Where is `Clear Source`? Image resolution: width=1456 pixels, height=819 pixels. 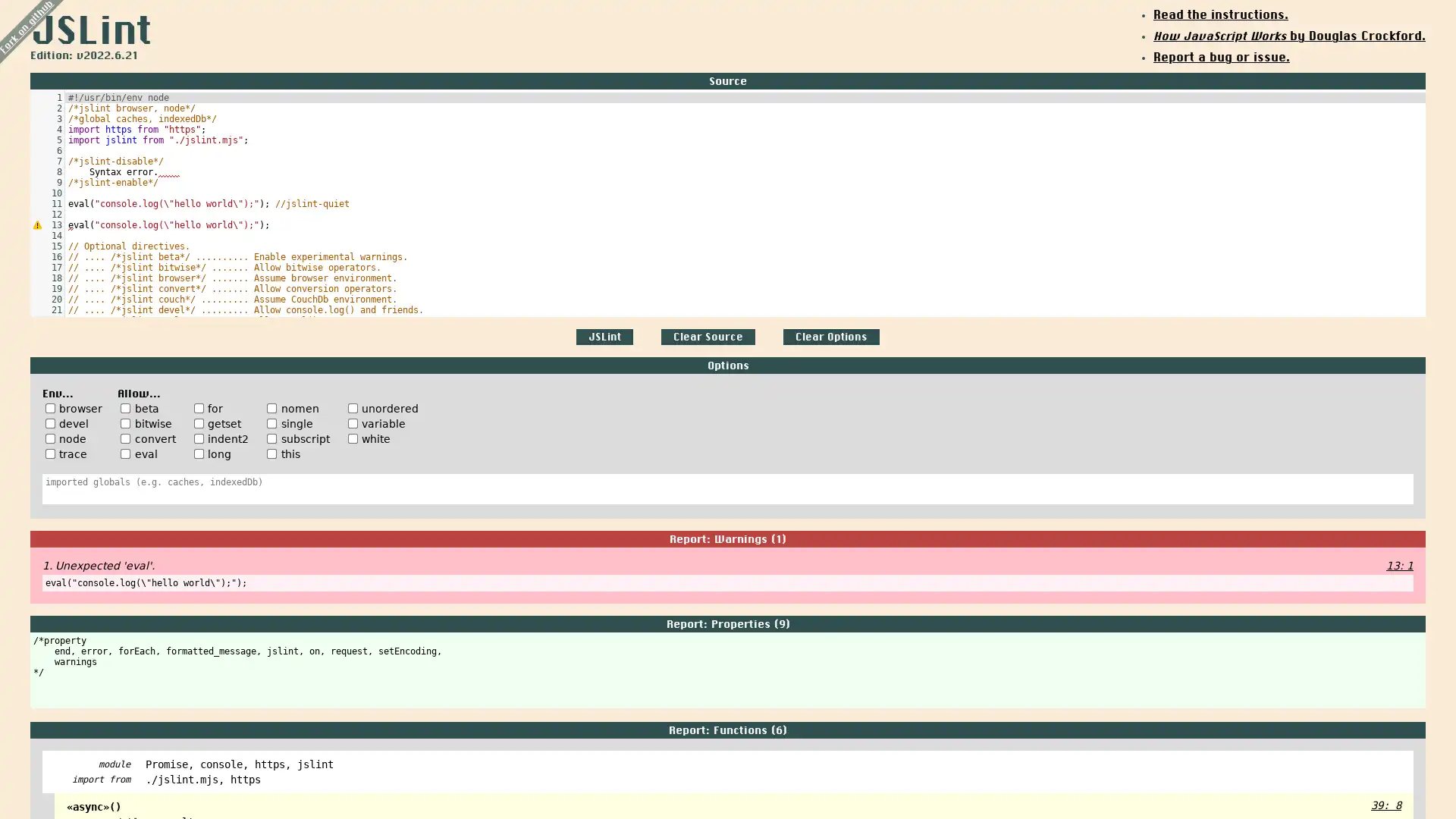
Clear Source is located at coordinates (708, 336).